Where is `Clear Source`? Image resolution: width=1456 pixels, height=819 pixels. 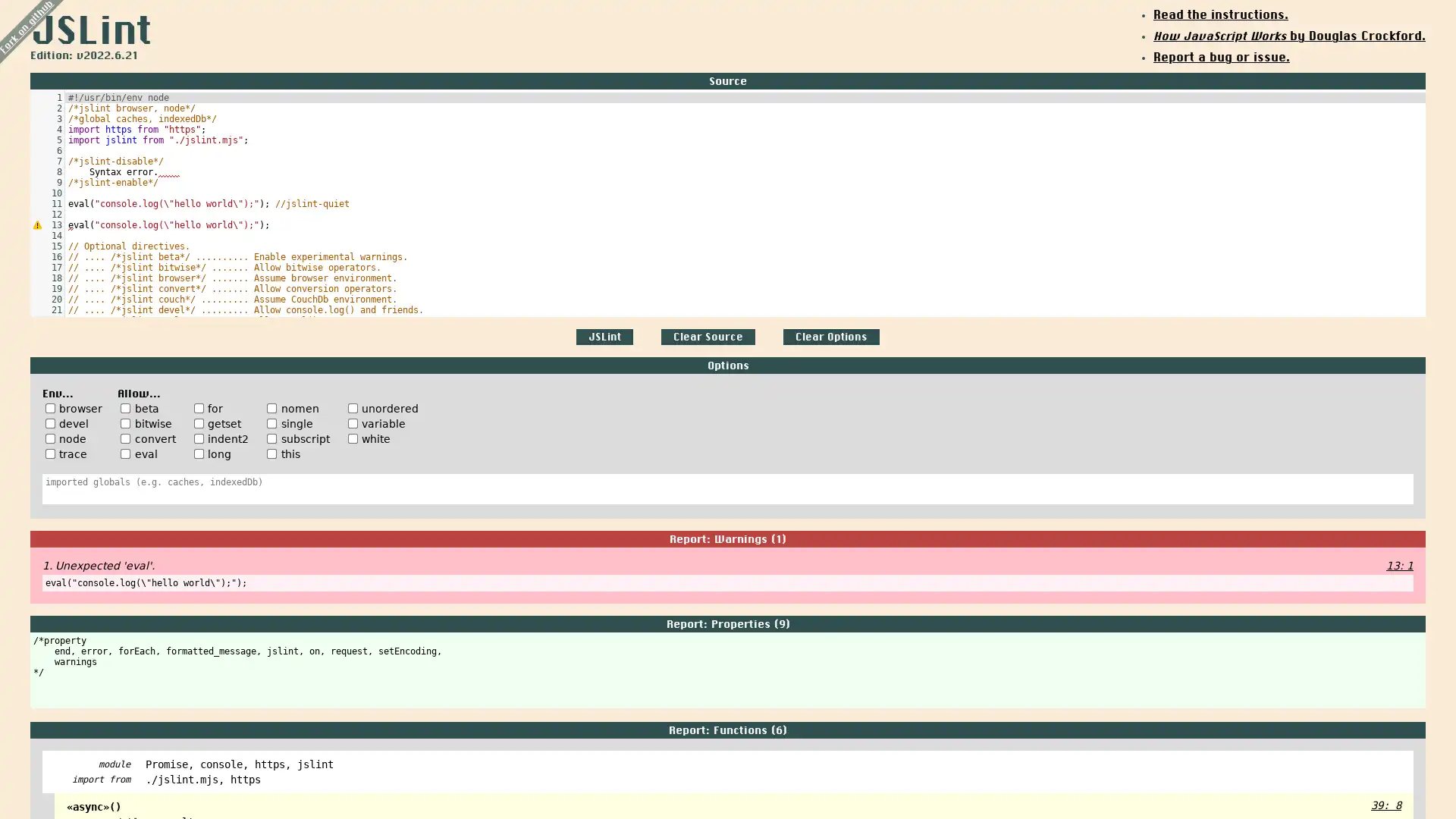
Clear Source is located at coordinates (708, 336).